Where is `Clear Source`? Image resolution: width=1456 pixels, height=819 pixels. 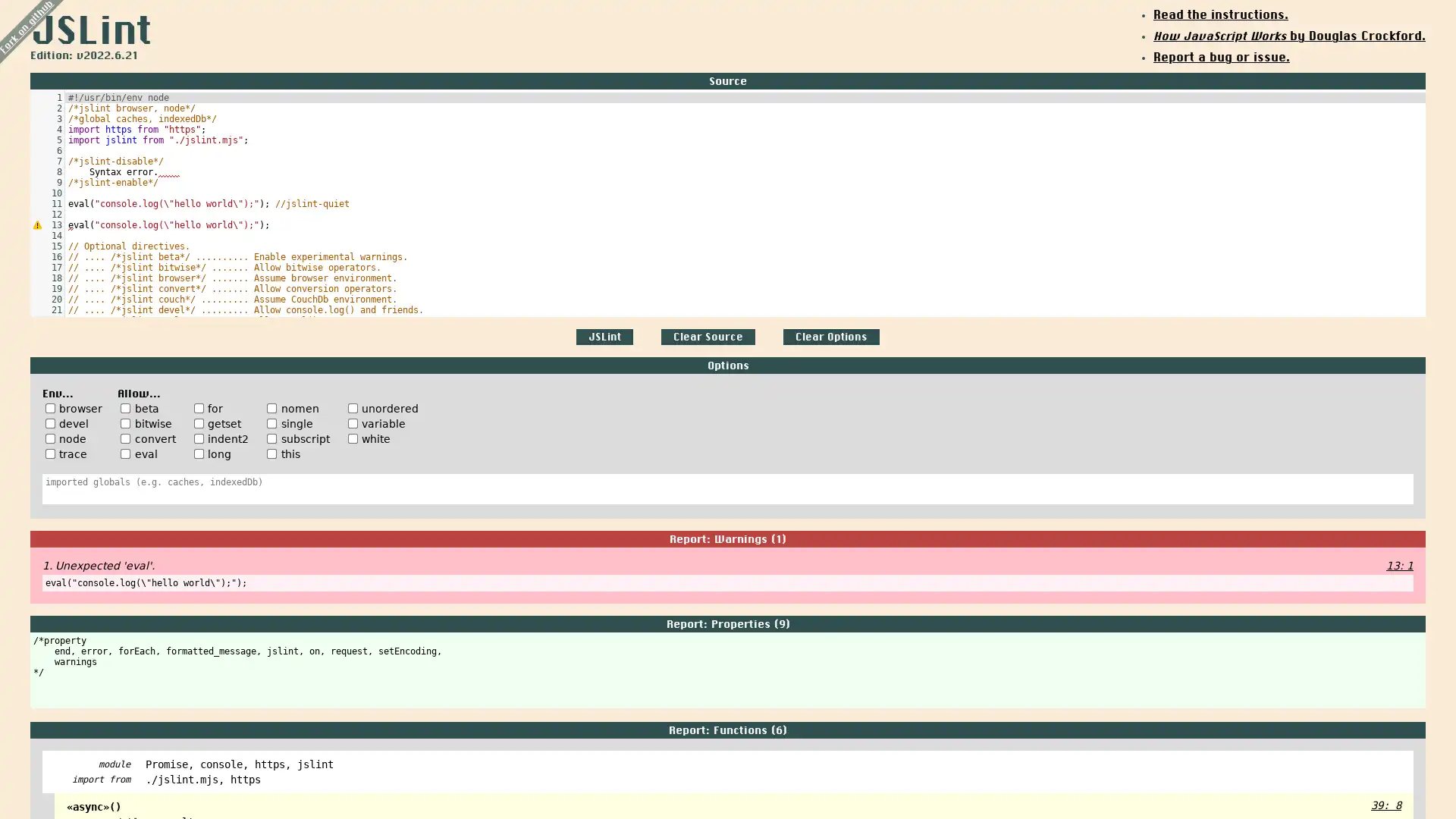
Clear Source is located at coordinates (708, 336).